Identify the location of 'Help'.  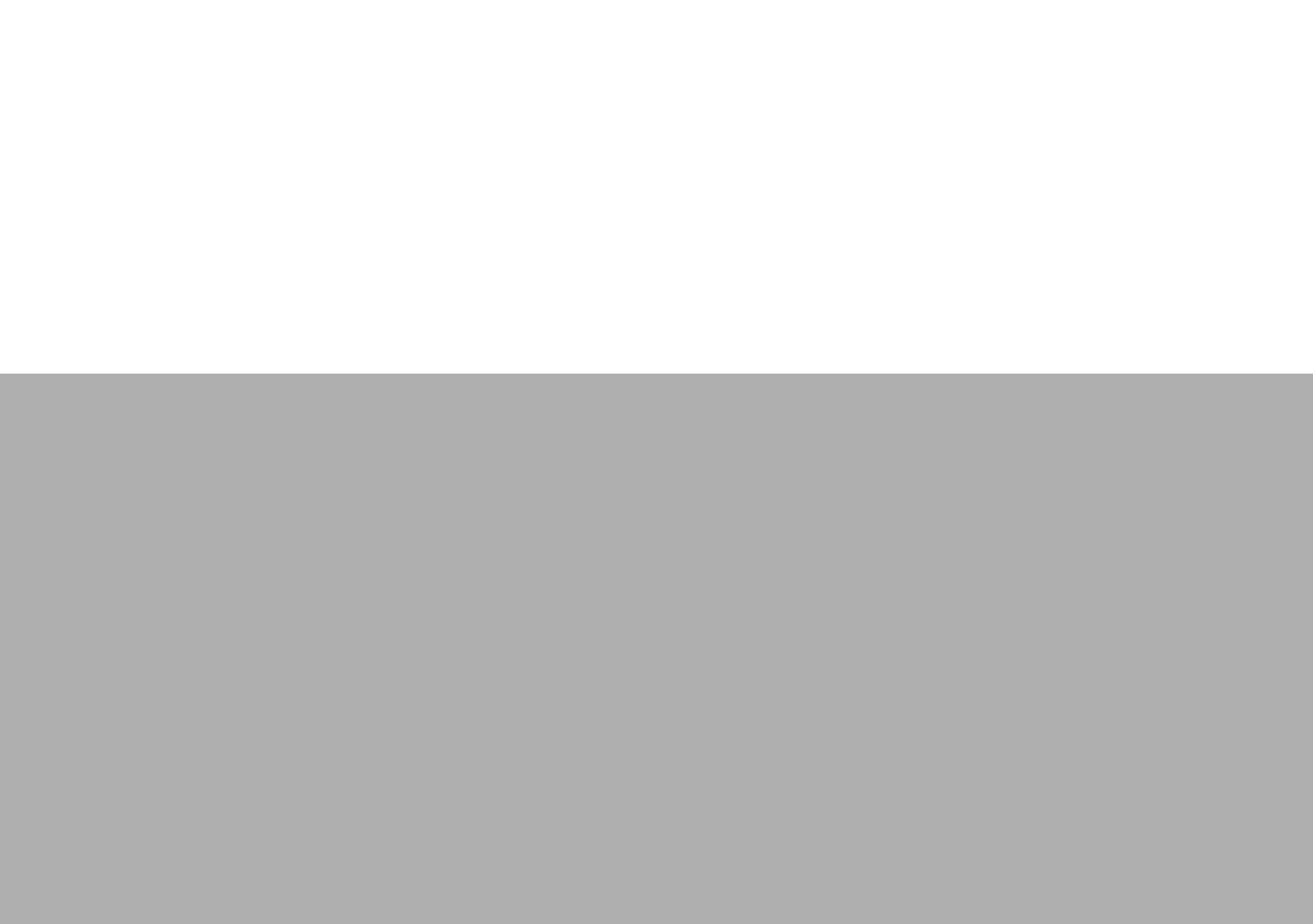
(266, 429).